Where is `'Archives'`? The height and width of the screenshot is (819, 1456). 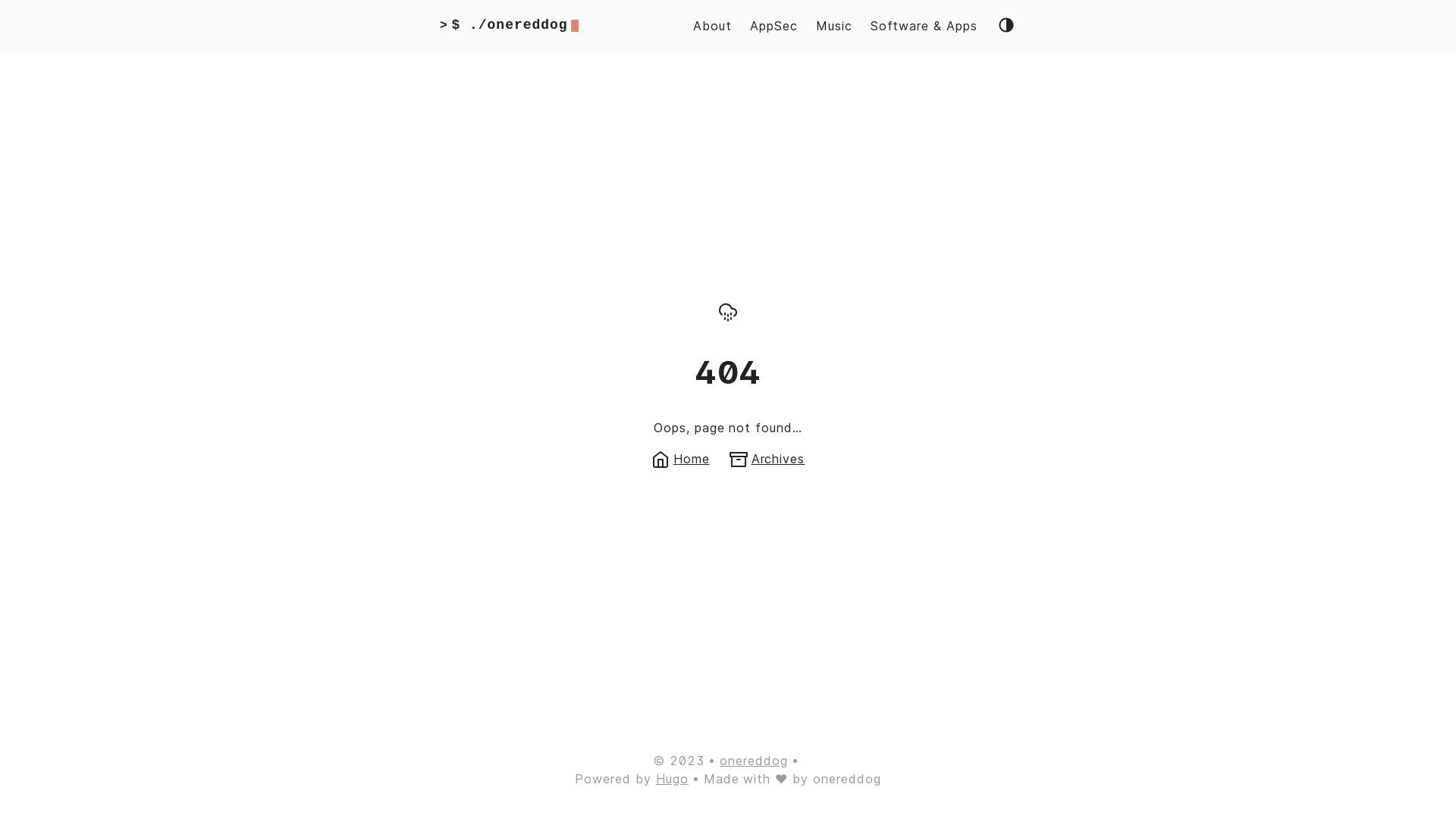
'Archives' is located at coordinates (767, 457).